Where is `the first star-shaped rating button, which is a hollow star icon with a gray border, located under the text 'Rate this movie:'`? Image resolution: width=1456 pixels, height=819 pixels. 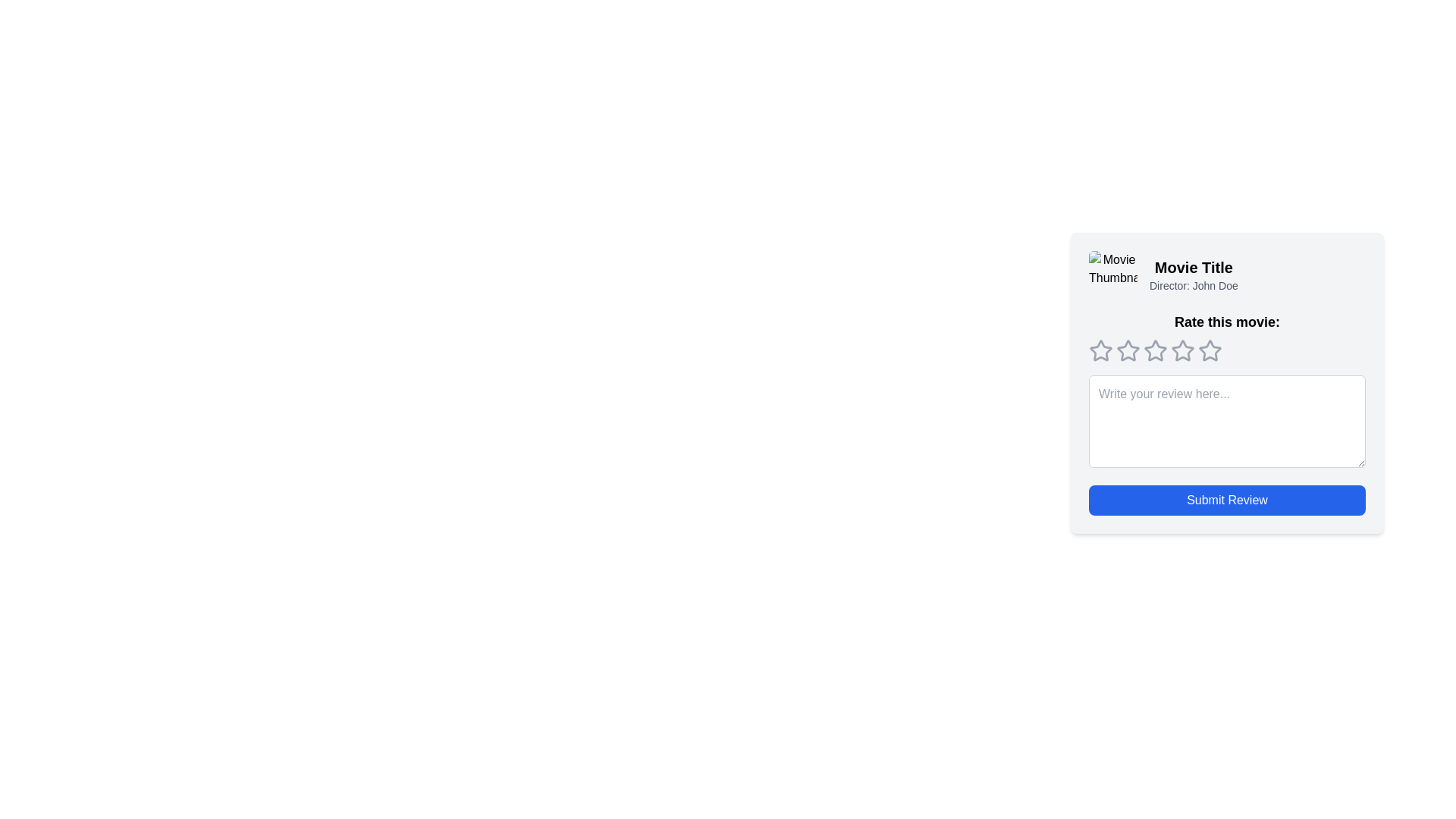
the first star-shaped rating button, which is a hollow star icon with a gray border, located under the text 'Rate this movie:' is located at coordinates (1100, 350).